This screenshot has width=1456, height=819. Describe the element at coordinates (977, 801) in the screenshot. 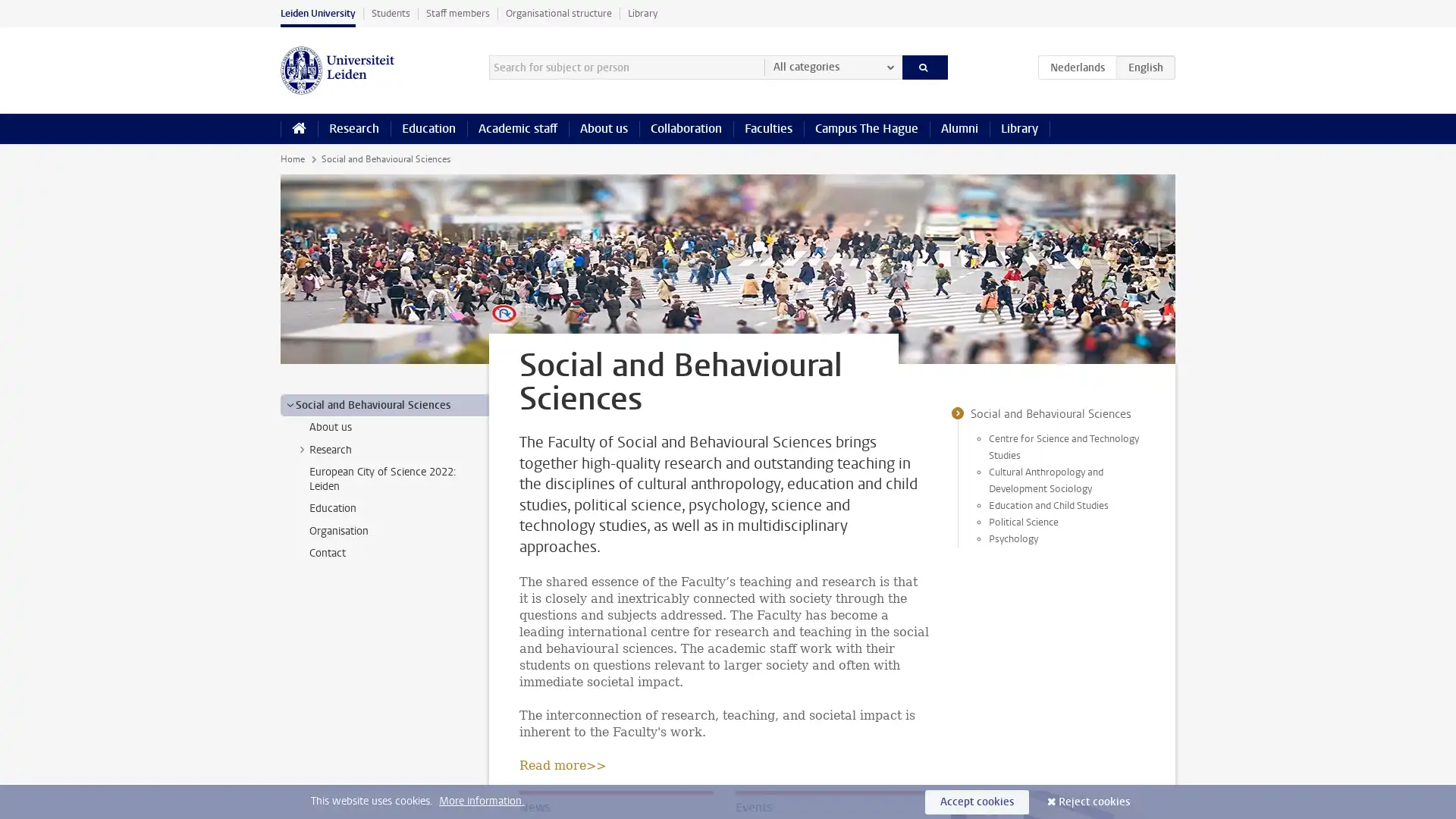

I see `Accept cookies` at that location.